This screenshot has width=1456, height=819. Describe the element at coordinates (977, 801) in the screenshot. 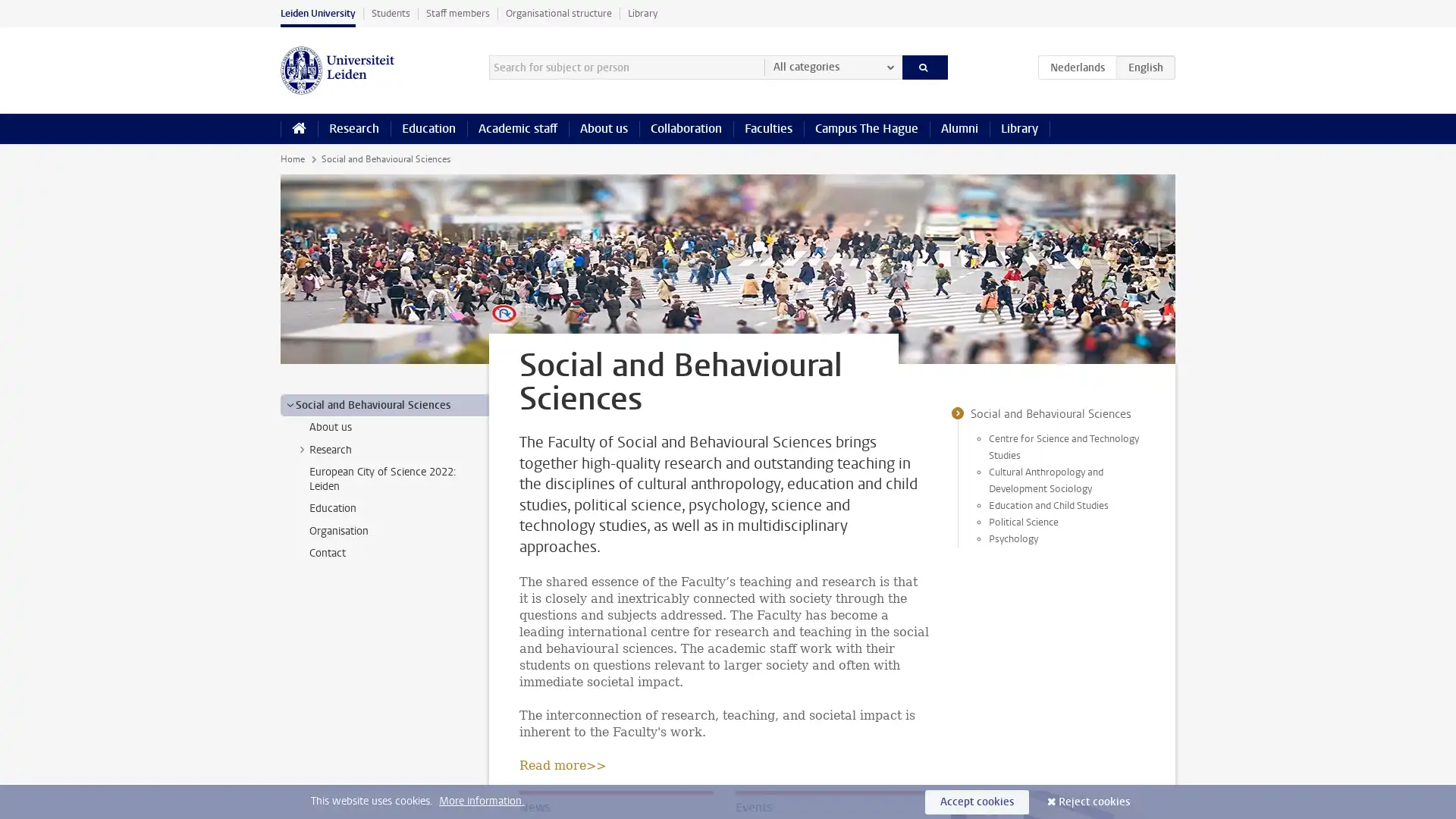

I see `Accept cookies` at that location.